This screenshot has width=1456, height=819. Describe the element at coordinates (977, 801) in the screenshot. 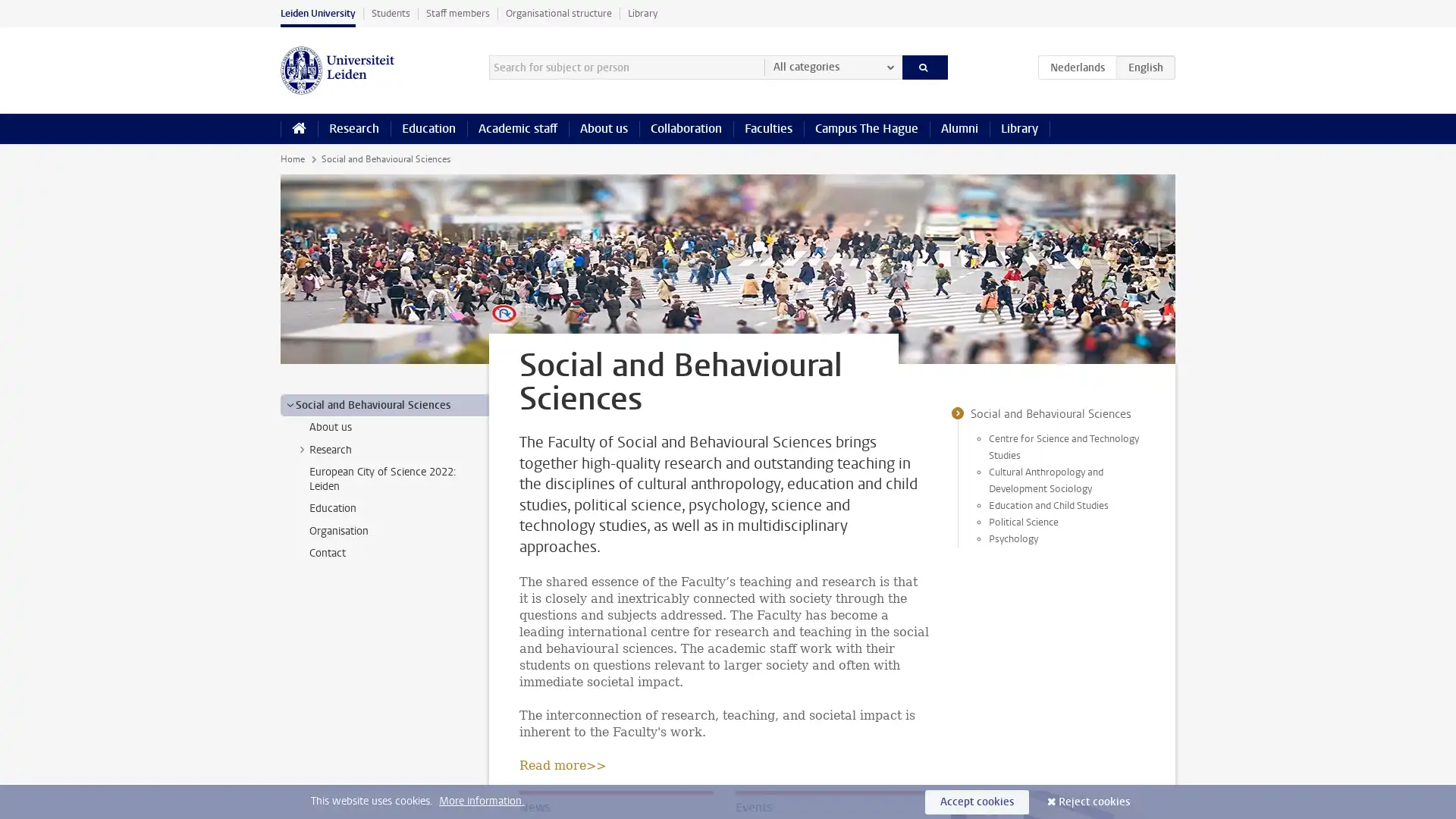

I see `Accept cookies` at that location.